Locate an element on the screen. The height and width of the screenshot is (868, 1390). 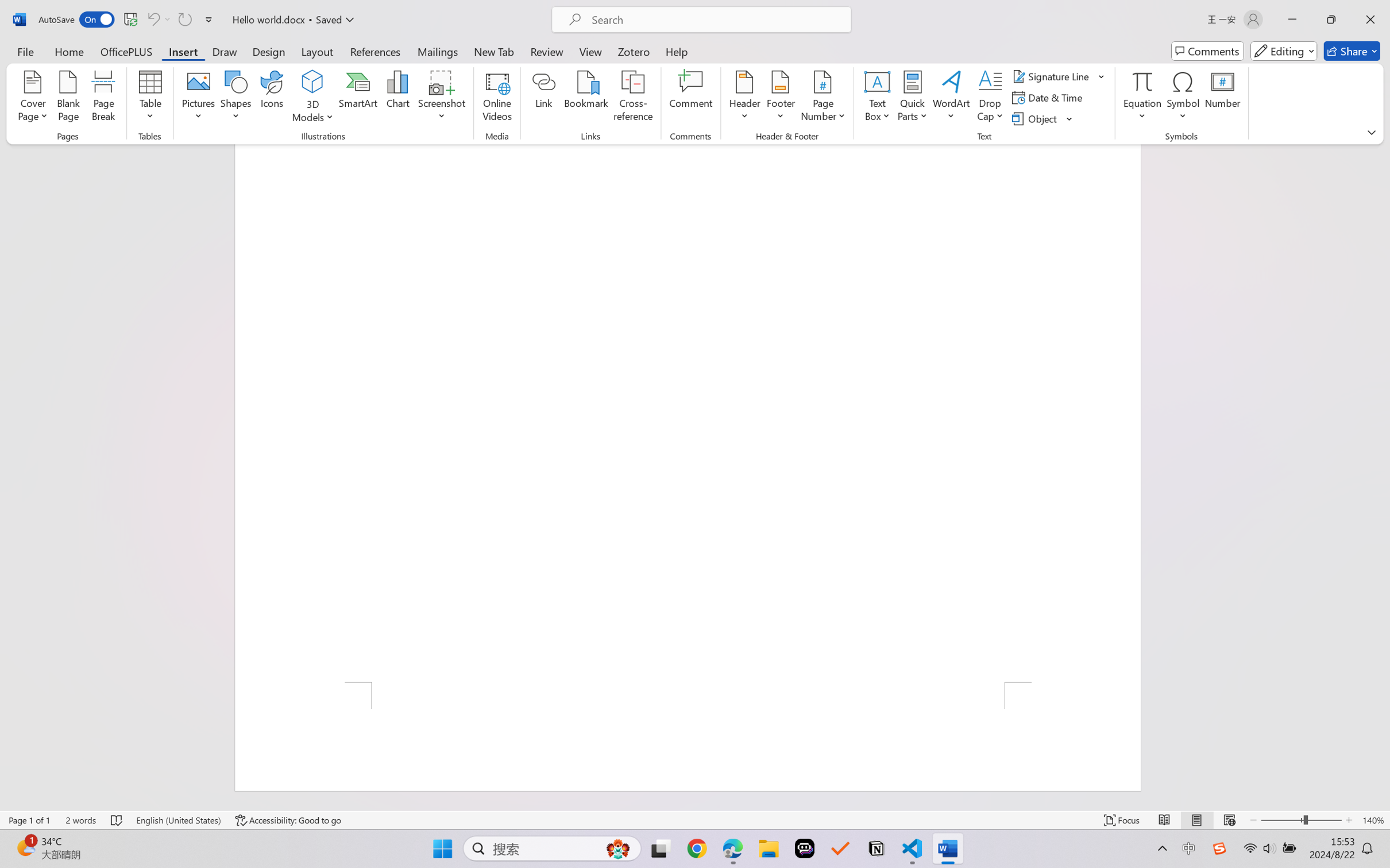
'Help' is located at coordinates (676, 51).